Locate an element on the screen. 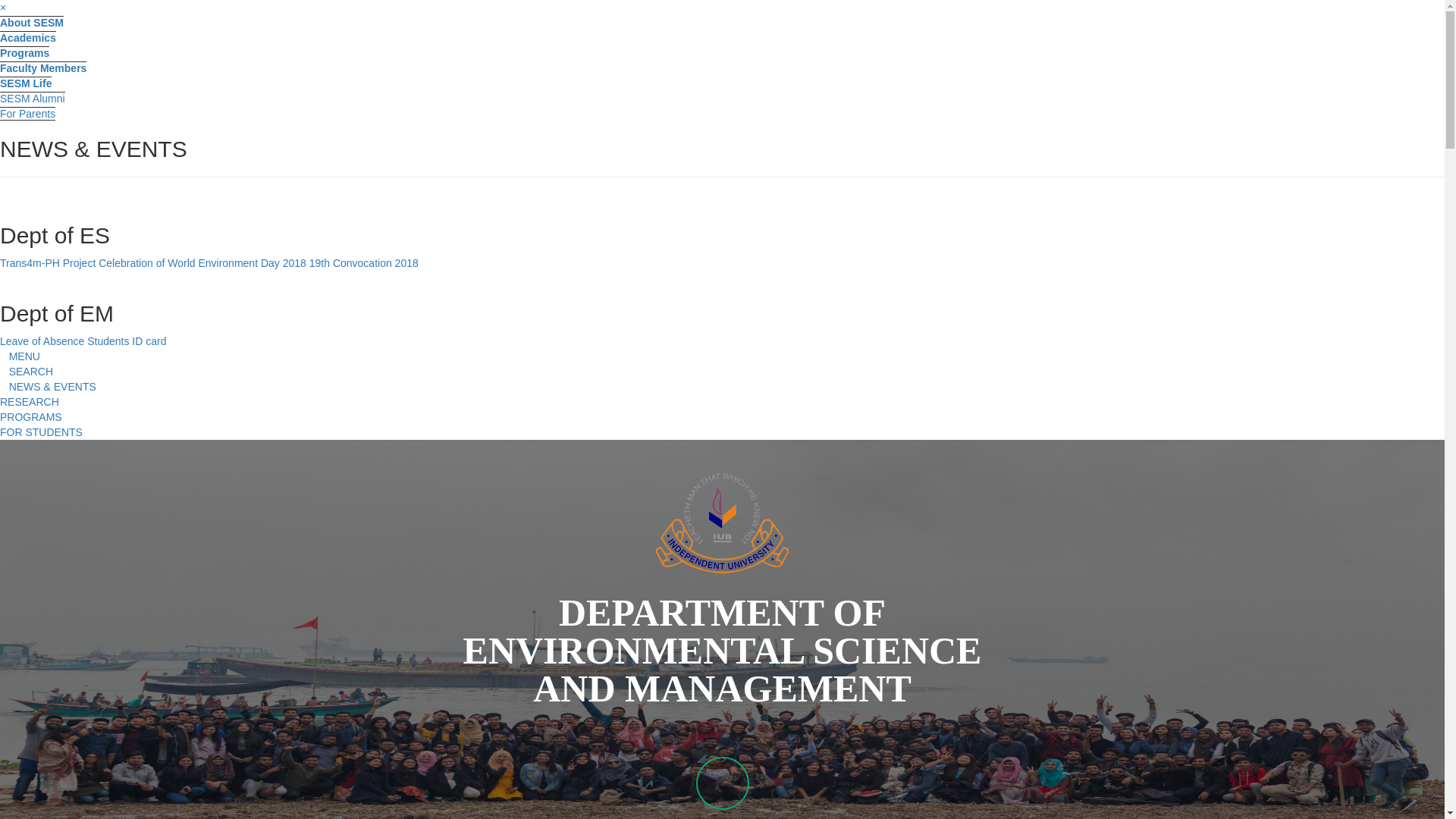  '19th Convocation 2018' is located at coordinates (364, 262).